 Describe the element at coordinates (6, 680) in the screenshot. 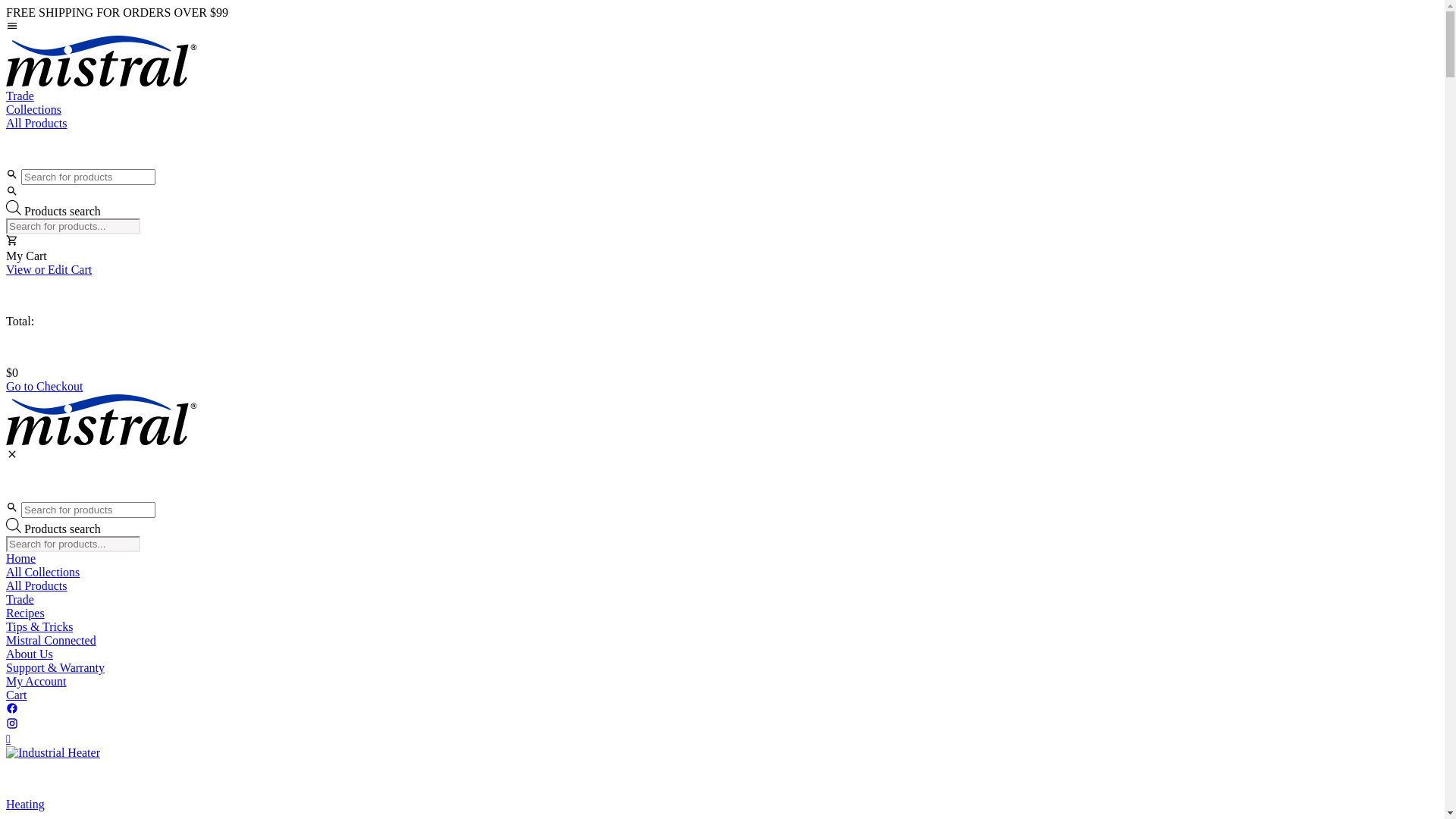

I see `'My Account'` at that location.